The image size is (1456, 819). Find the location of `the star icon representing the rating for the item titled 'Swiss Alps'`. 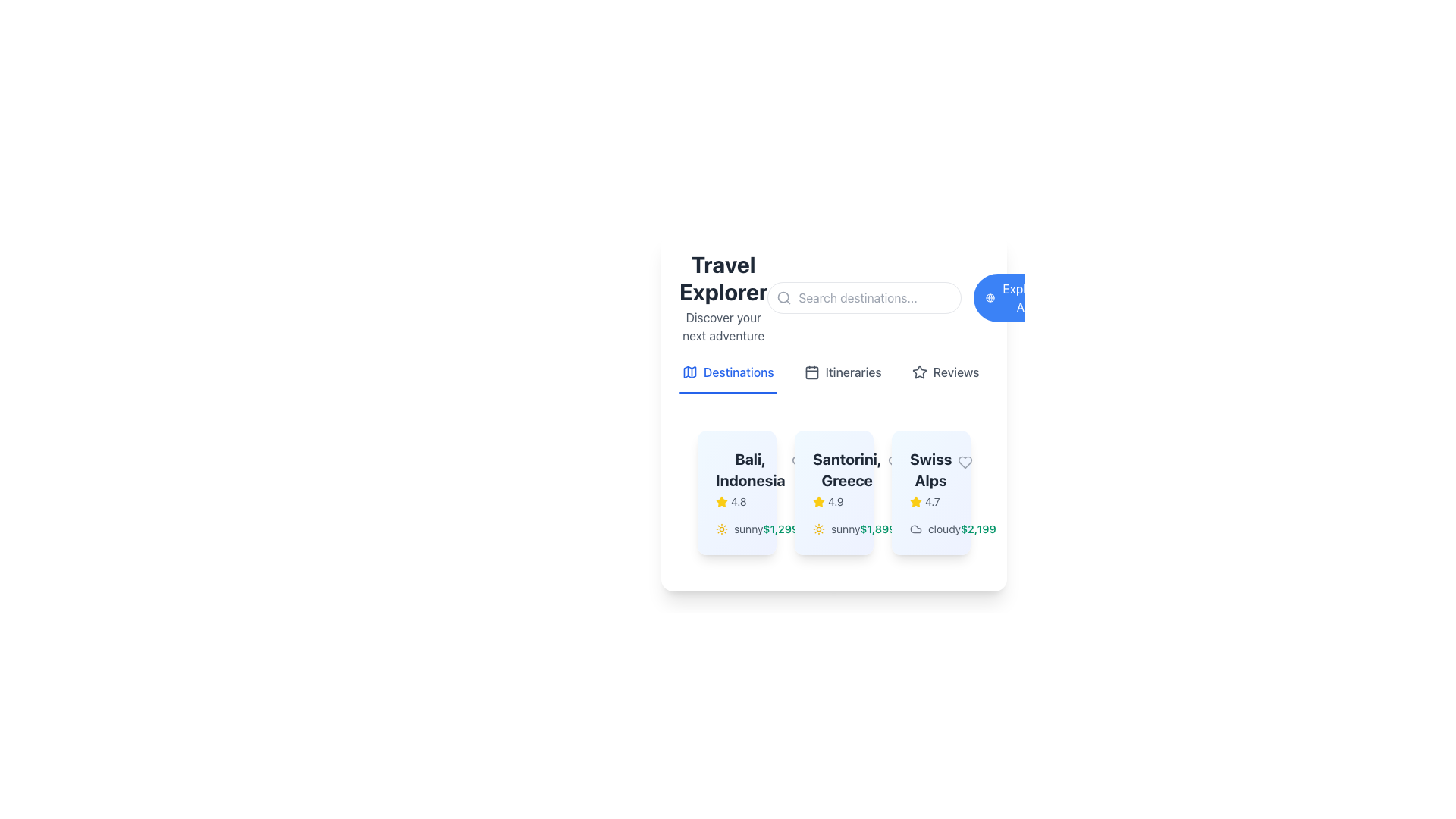

the star icon representing the rating for the item titled 'Swiss Alps' is located at coordinates (918, 372).